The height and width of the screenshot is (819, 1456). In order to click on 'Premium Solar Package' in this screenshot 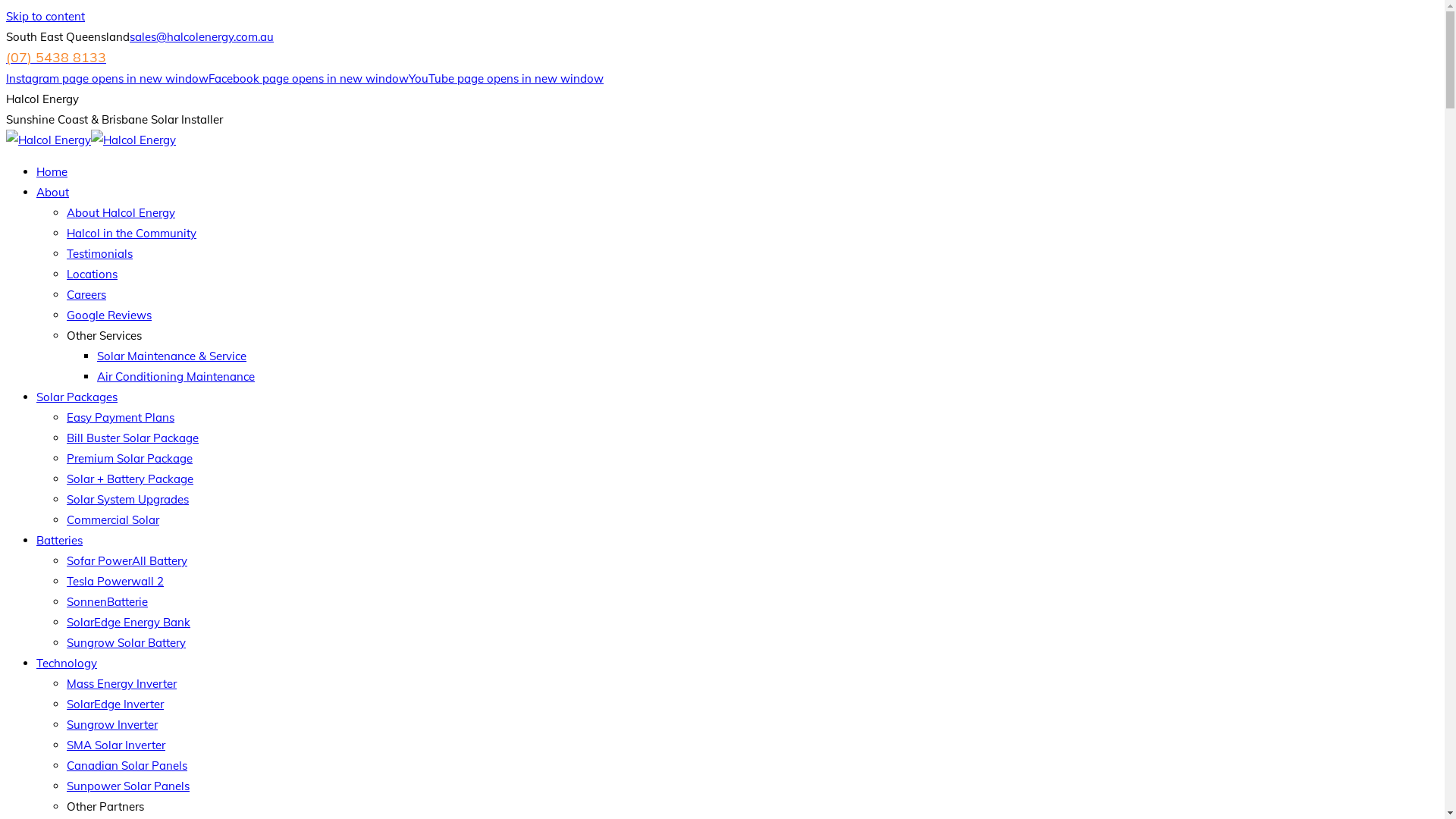, I will do `click(130, 457)`.